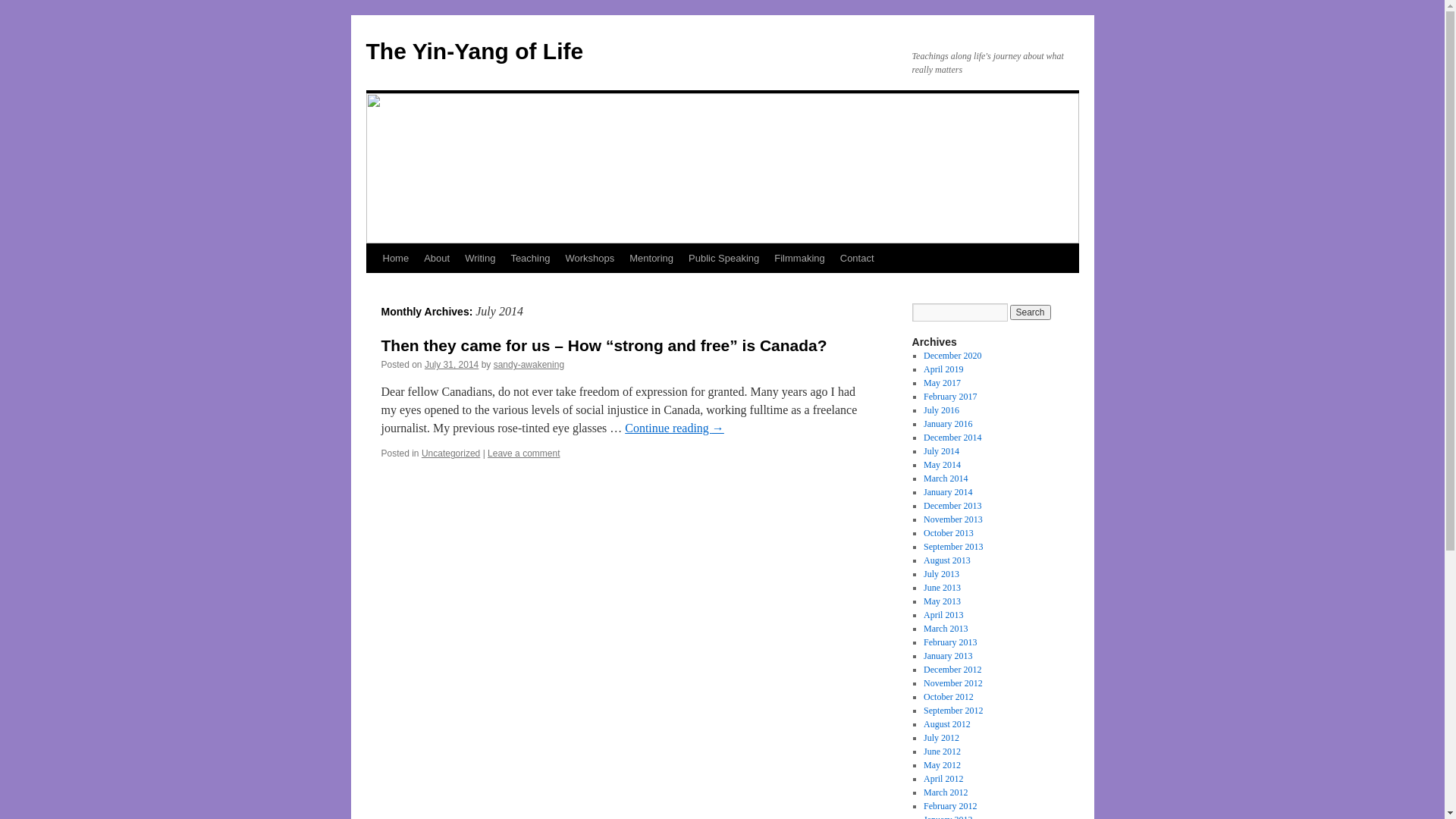 This screenshot has height=819, width=1456. I want to click on 'February 2017', so click(949, 396).